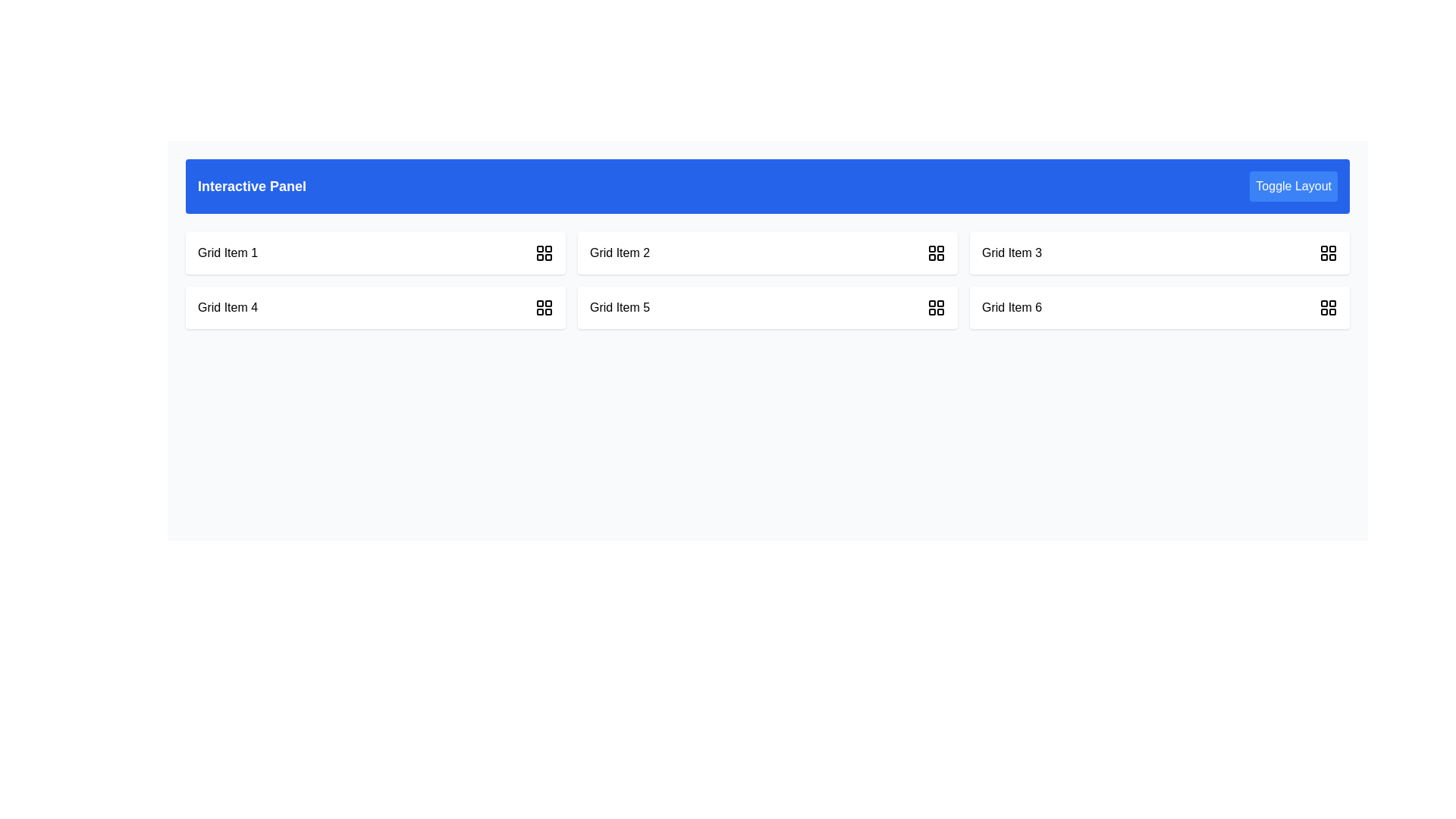 This screenshot has height=819, width=1456. What do you see at coordinates (252, 186) in the screenshot?
I see `the Text Label that serves as the title or header for the panel, located on the left side within the blue background section at the top of the panel` at bounding box center [252, 186].